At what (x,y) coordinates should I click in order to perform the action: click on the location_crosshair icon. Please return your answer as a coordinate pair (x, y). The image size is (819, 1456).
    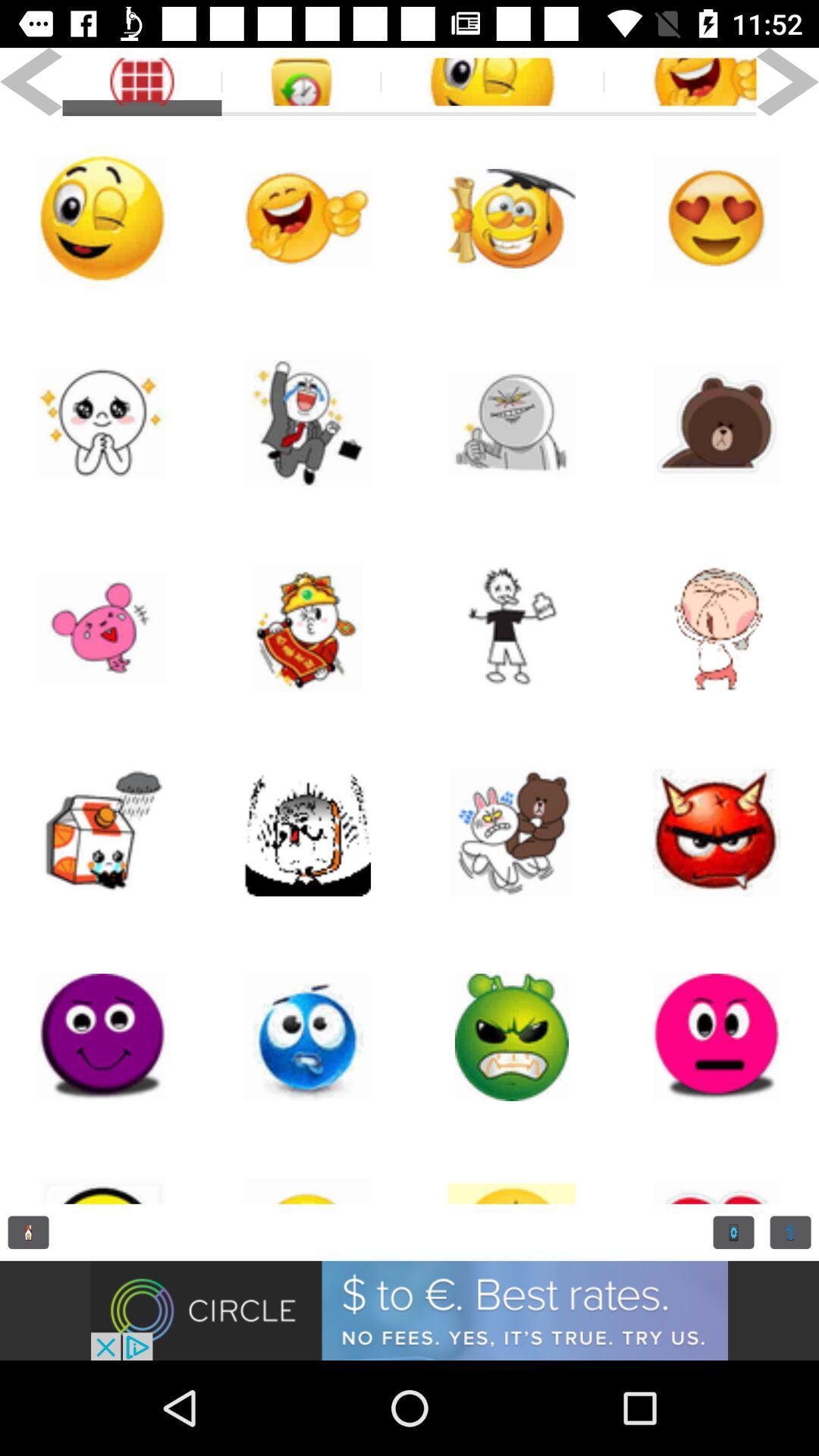
    Looking at the image, I should click on (512, 1171).